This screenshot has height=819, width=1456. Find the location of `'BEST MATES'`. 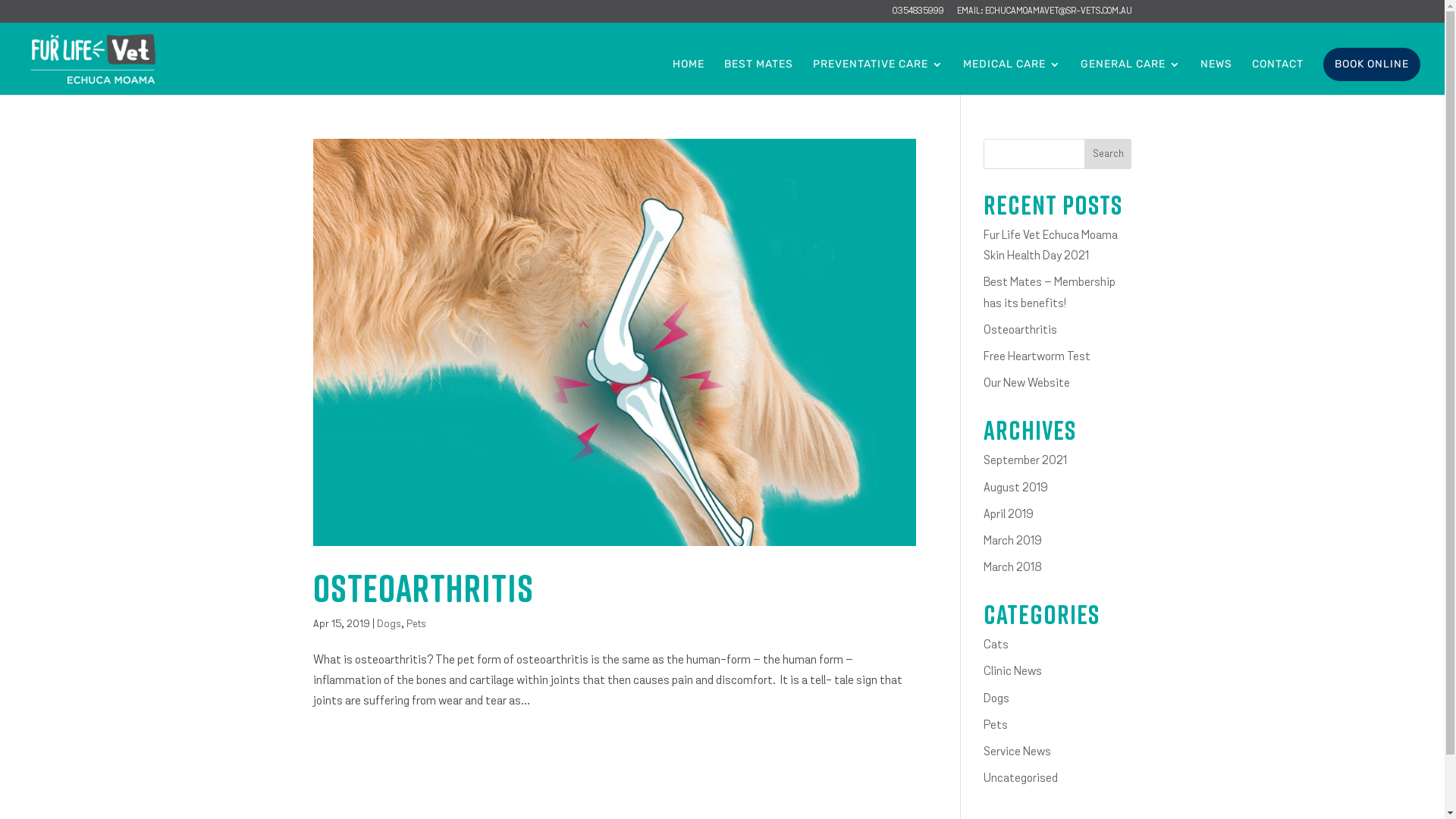

'BEST MATES' is located at coordinates (758, 77).